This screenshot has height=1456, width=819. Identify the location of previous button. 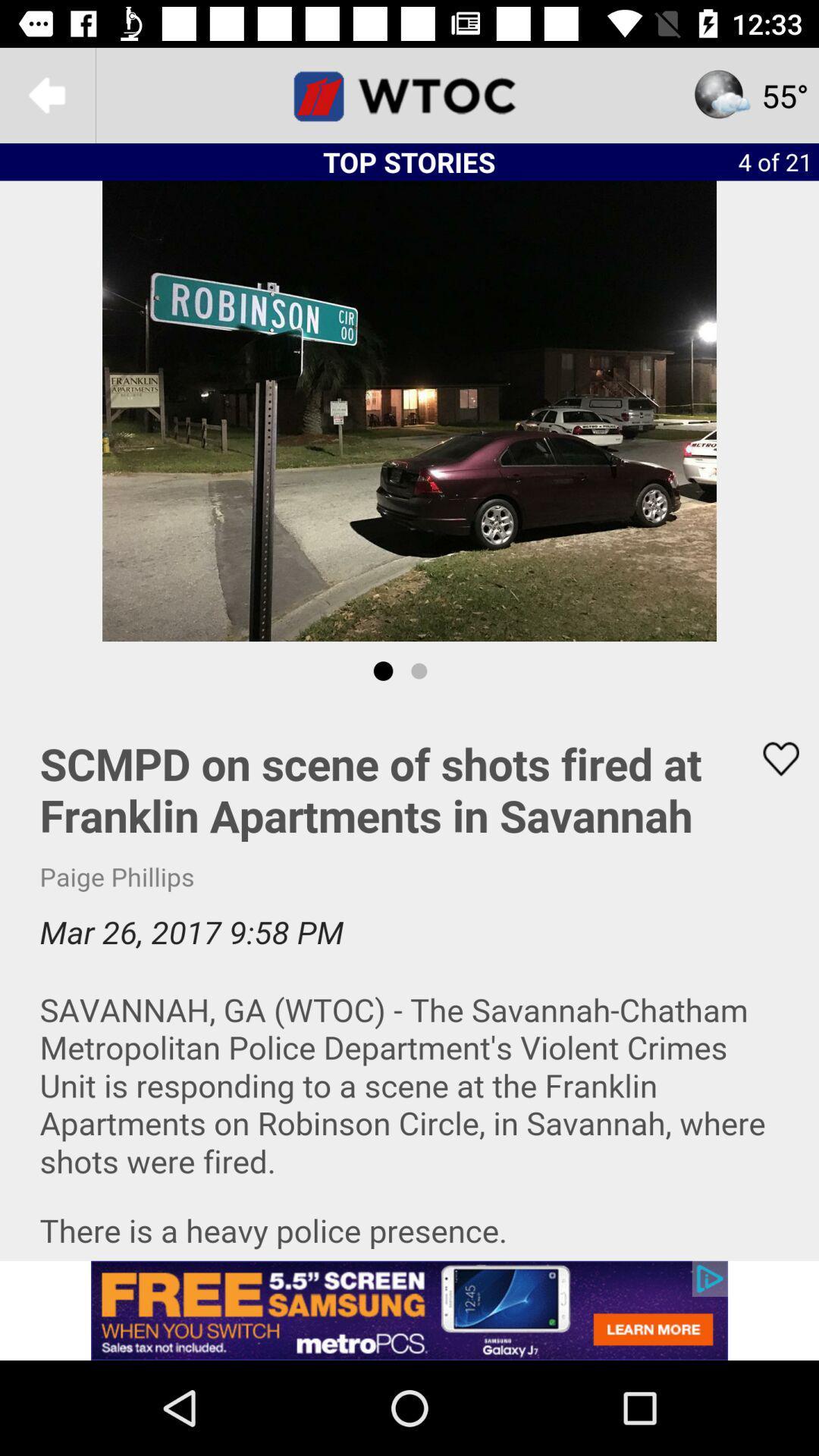
(46, 94).